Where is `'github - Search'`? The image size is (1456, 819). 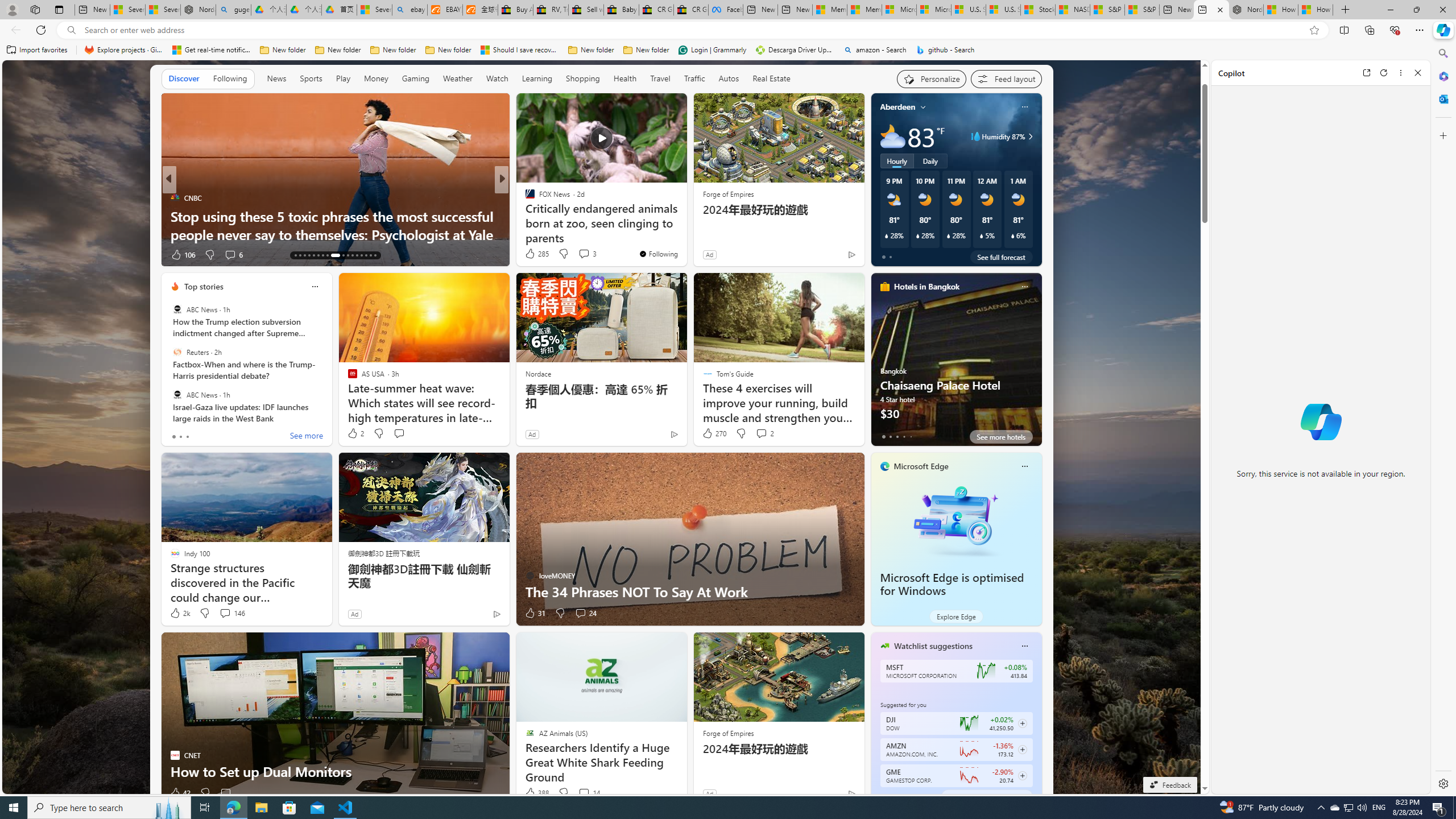 'github - Search' is located at coordinates (945, 49).